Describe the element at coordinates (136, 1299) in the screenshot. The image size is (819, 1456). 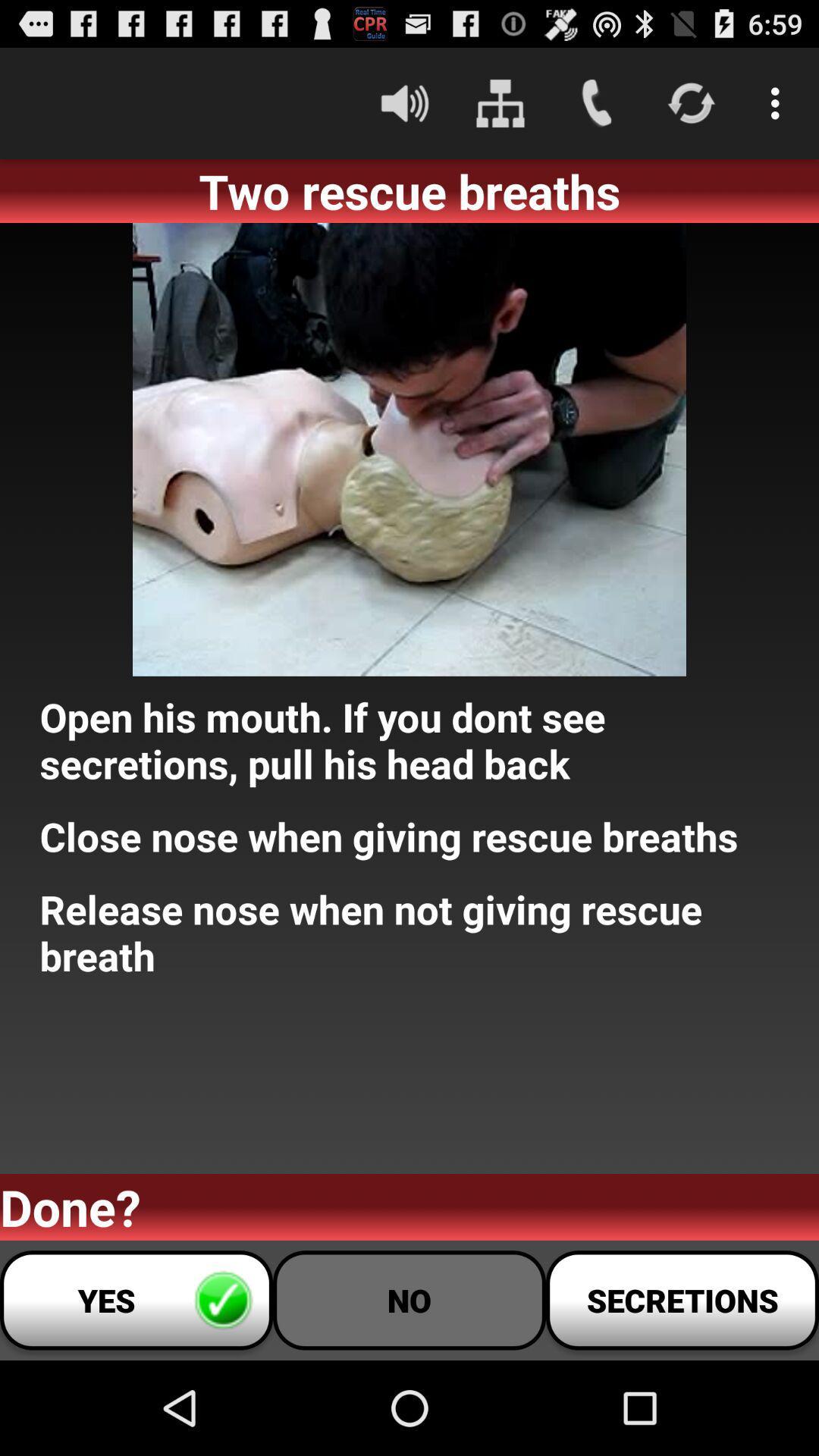
I see `button next to no icon` at that location.